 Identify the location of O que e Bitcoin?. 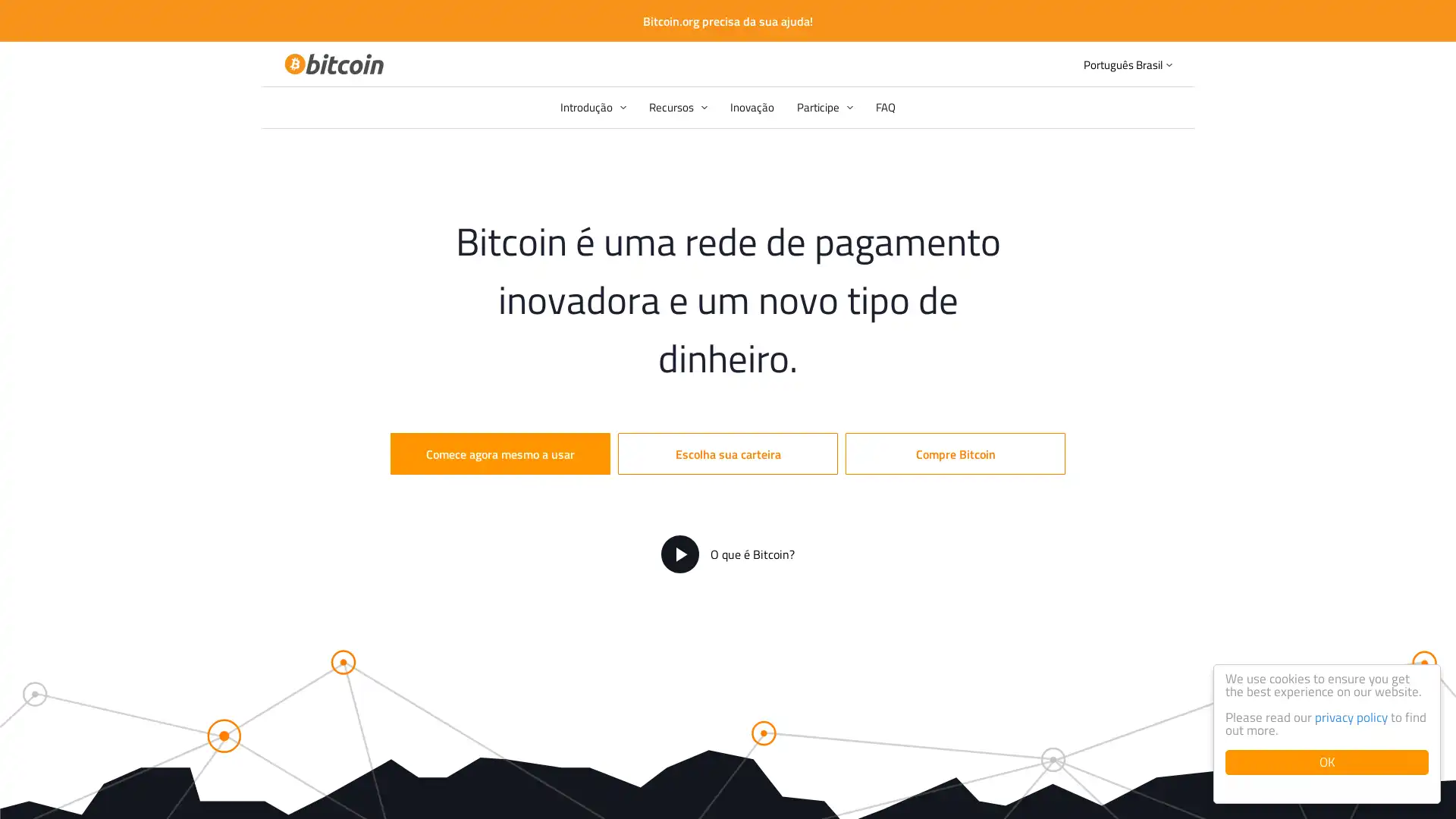
(728, 554).